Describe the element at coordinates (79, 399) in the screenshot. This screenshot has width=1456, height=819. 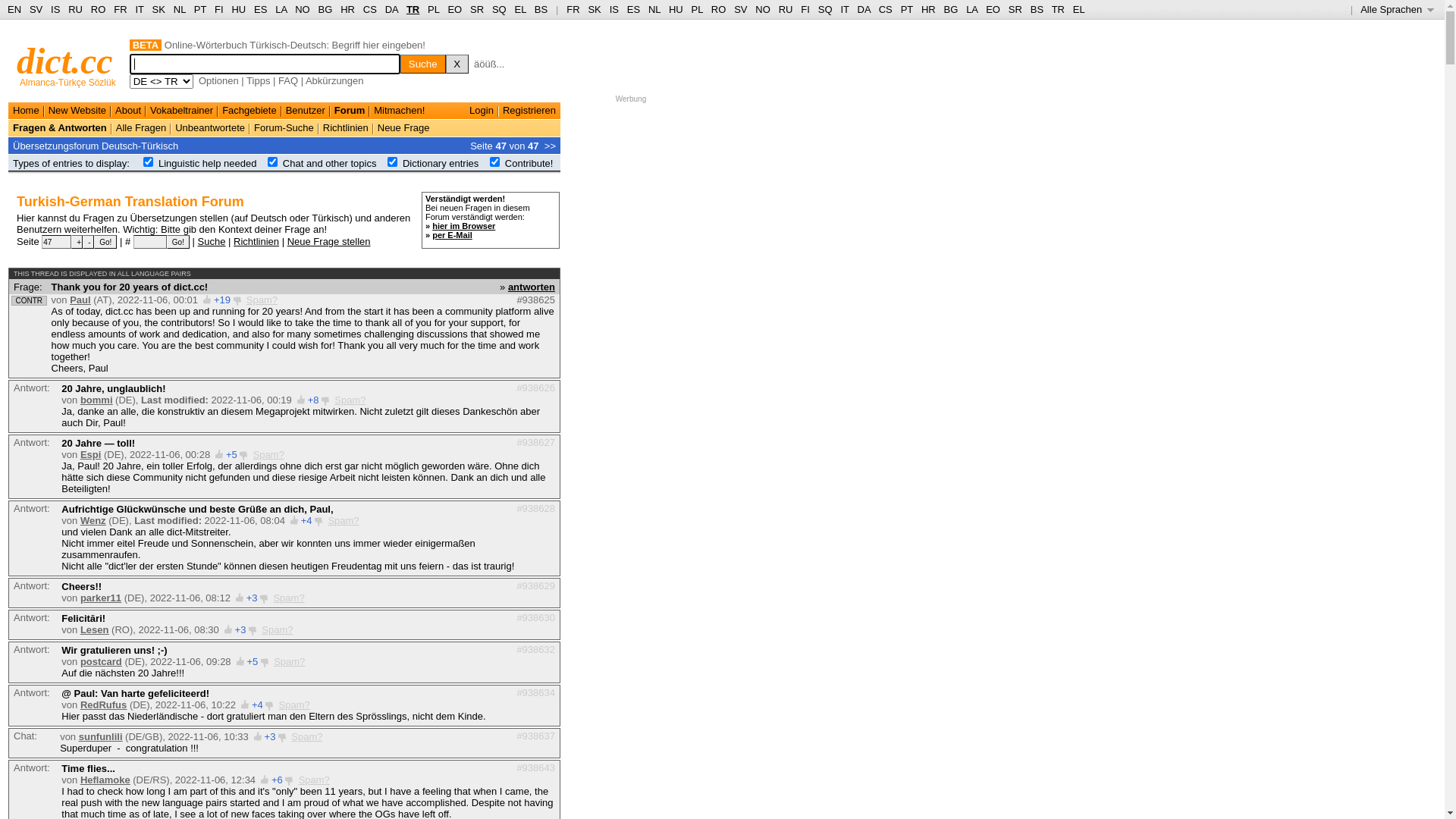
I see `'bommi'` at that location.